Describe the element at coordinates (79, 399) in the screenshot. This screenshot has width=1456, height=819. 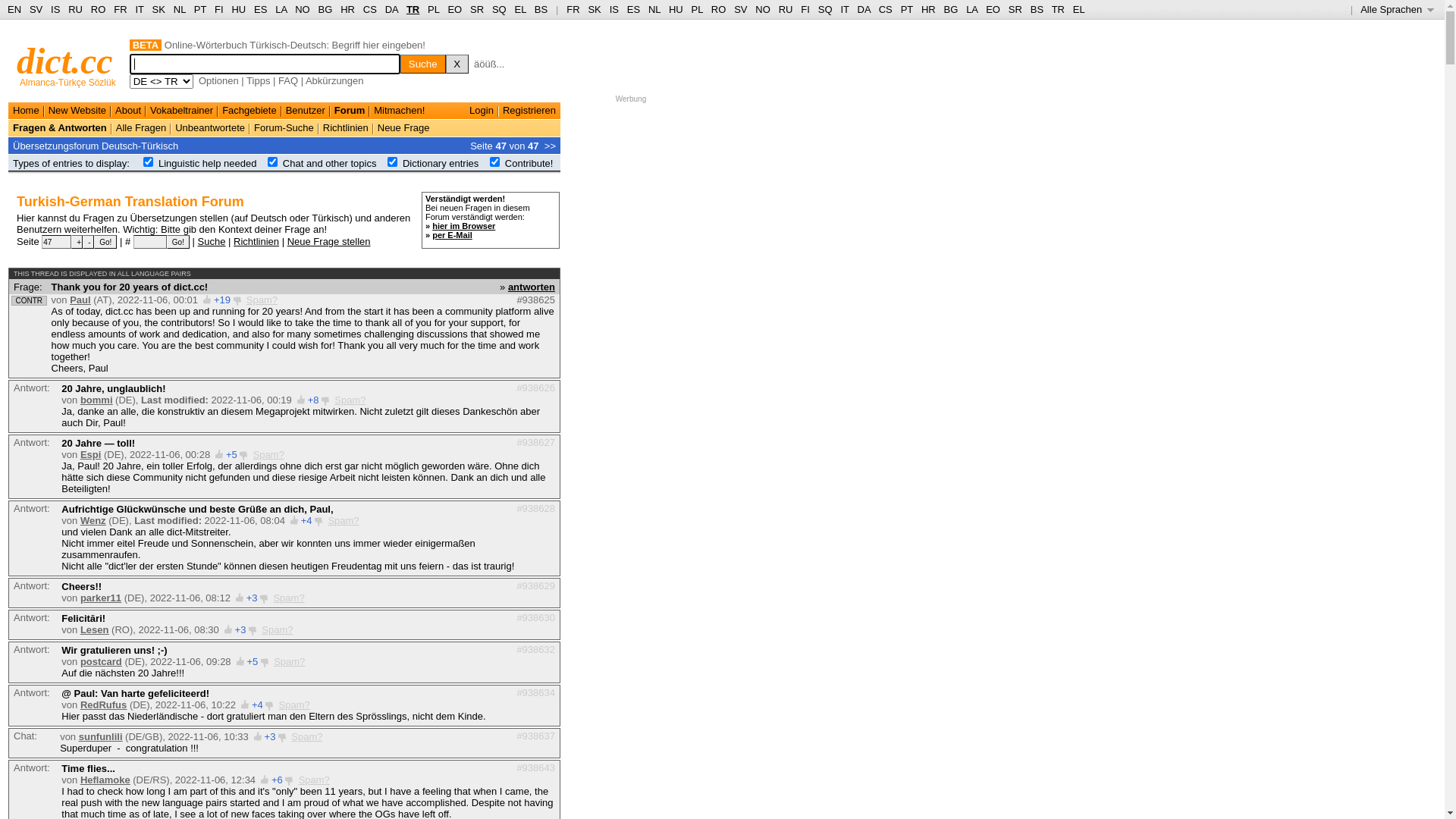
I see `'bommi'` at that location.